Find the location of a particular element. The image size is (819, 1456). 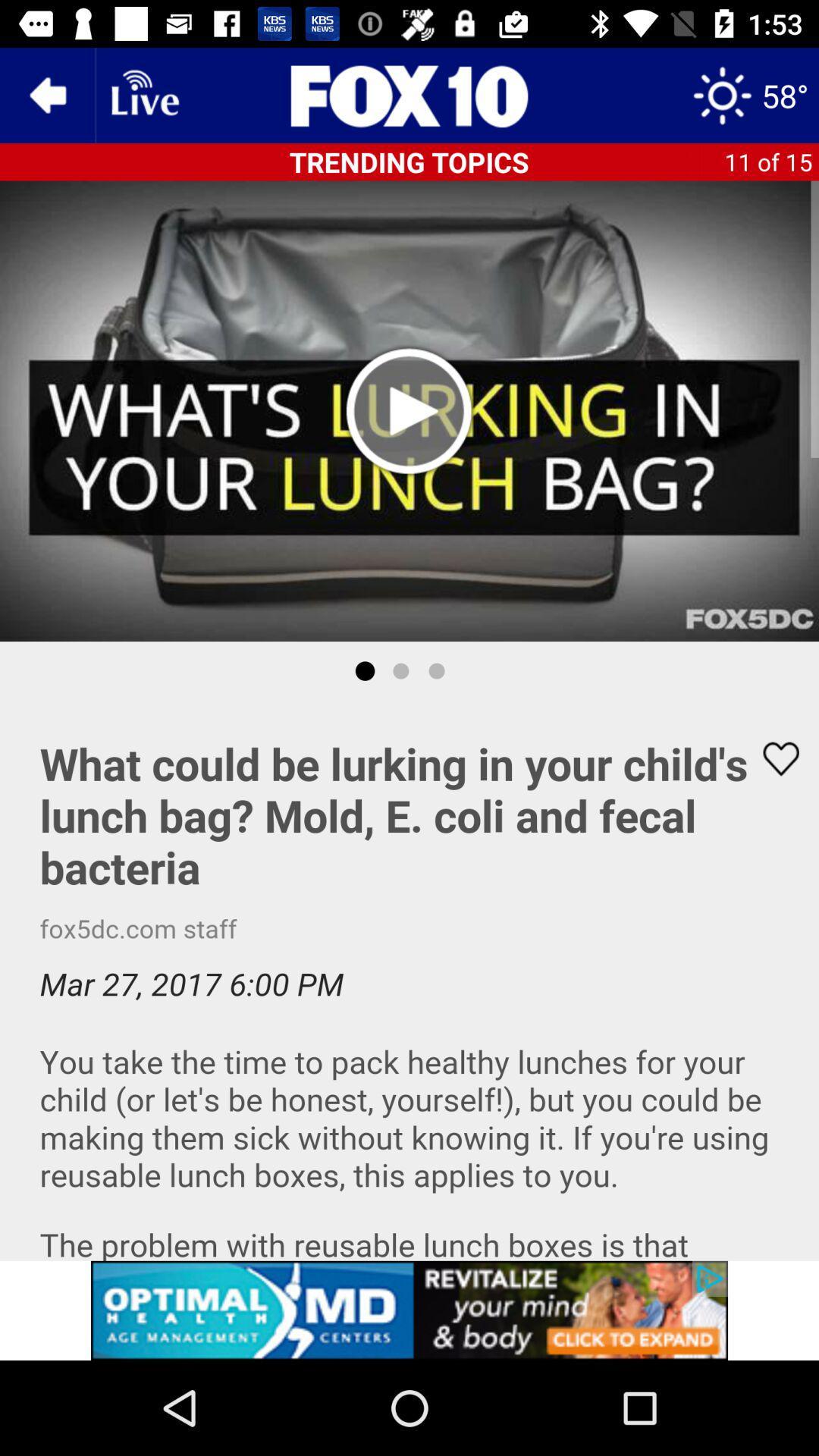

live is located at coordinates (143, 94).